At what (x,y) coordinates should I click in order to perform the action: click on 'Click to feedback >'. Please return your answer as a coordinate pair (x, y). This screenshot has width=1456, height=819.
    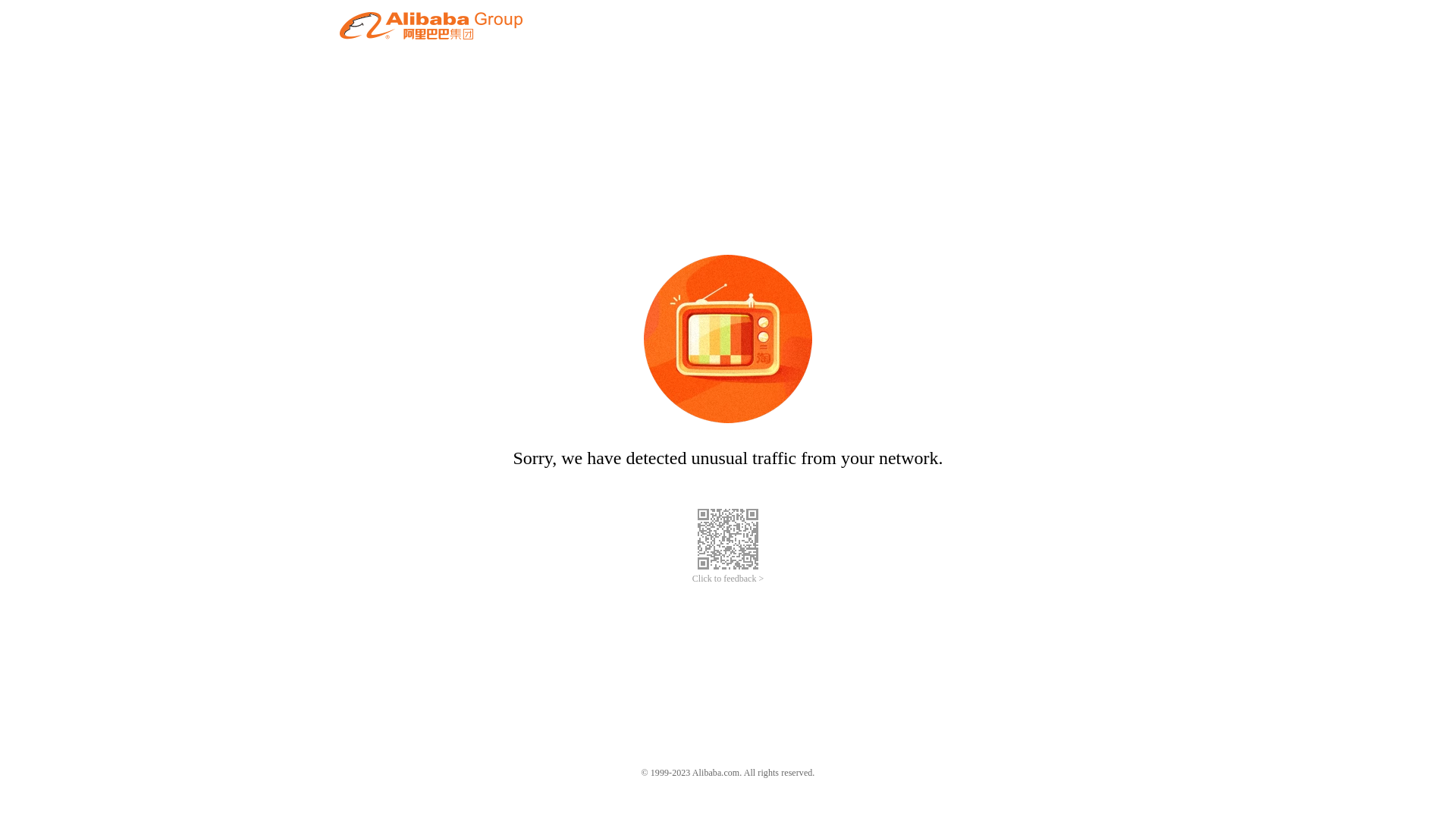
    Looking at the image, I should click on (728, 579).